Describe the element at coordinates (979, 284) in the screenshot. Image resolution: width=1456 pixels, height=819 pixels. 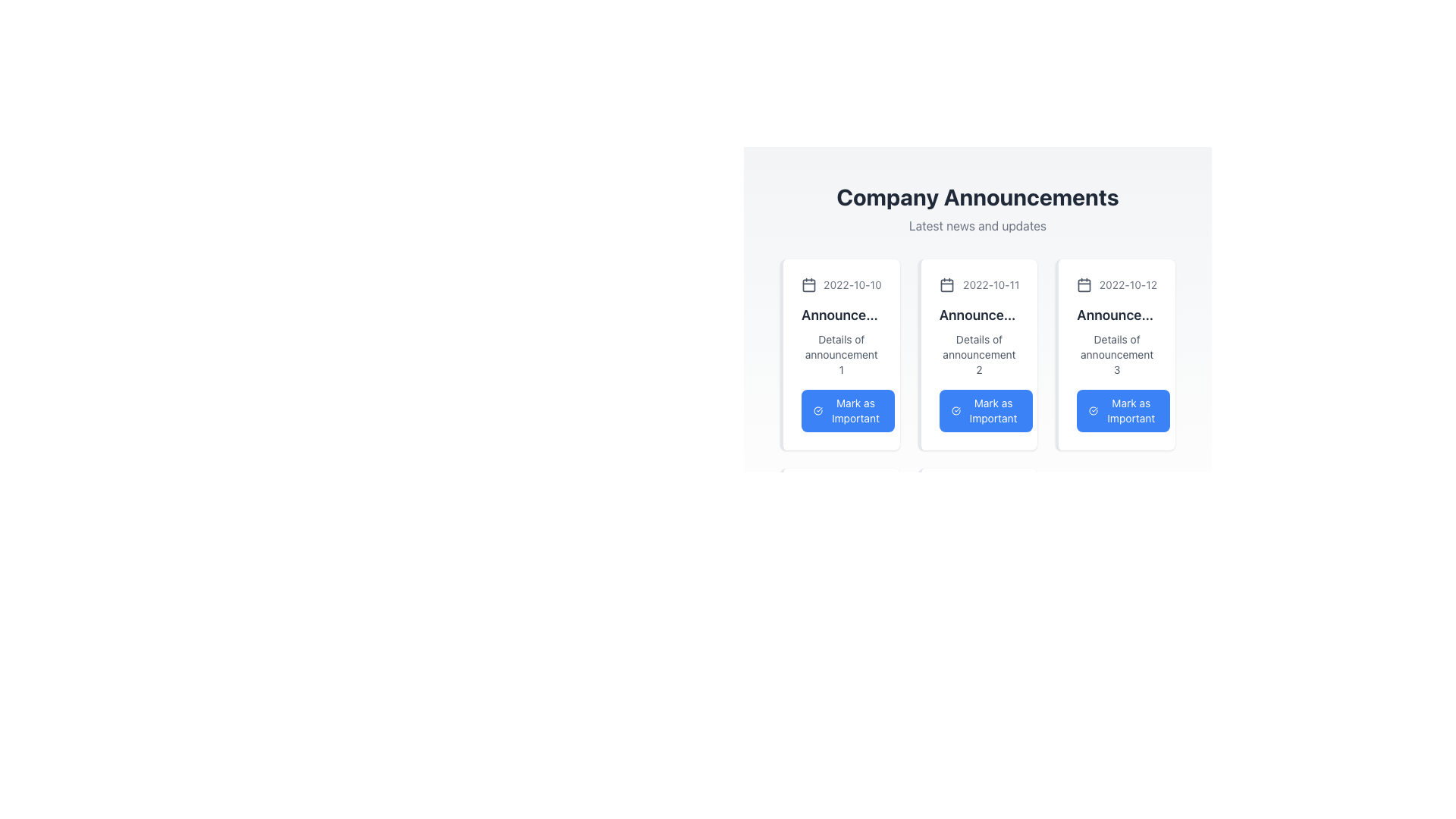
I see `the calendar icon next to the text '2022-10-11' in the top section of the card before 'Announcement 2'` at that location.